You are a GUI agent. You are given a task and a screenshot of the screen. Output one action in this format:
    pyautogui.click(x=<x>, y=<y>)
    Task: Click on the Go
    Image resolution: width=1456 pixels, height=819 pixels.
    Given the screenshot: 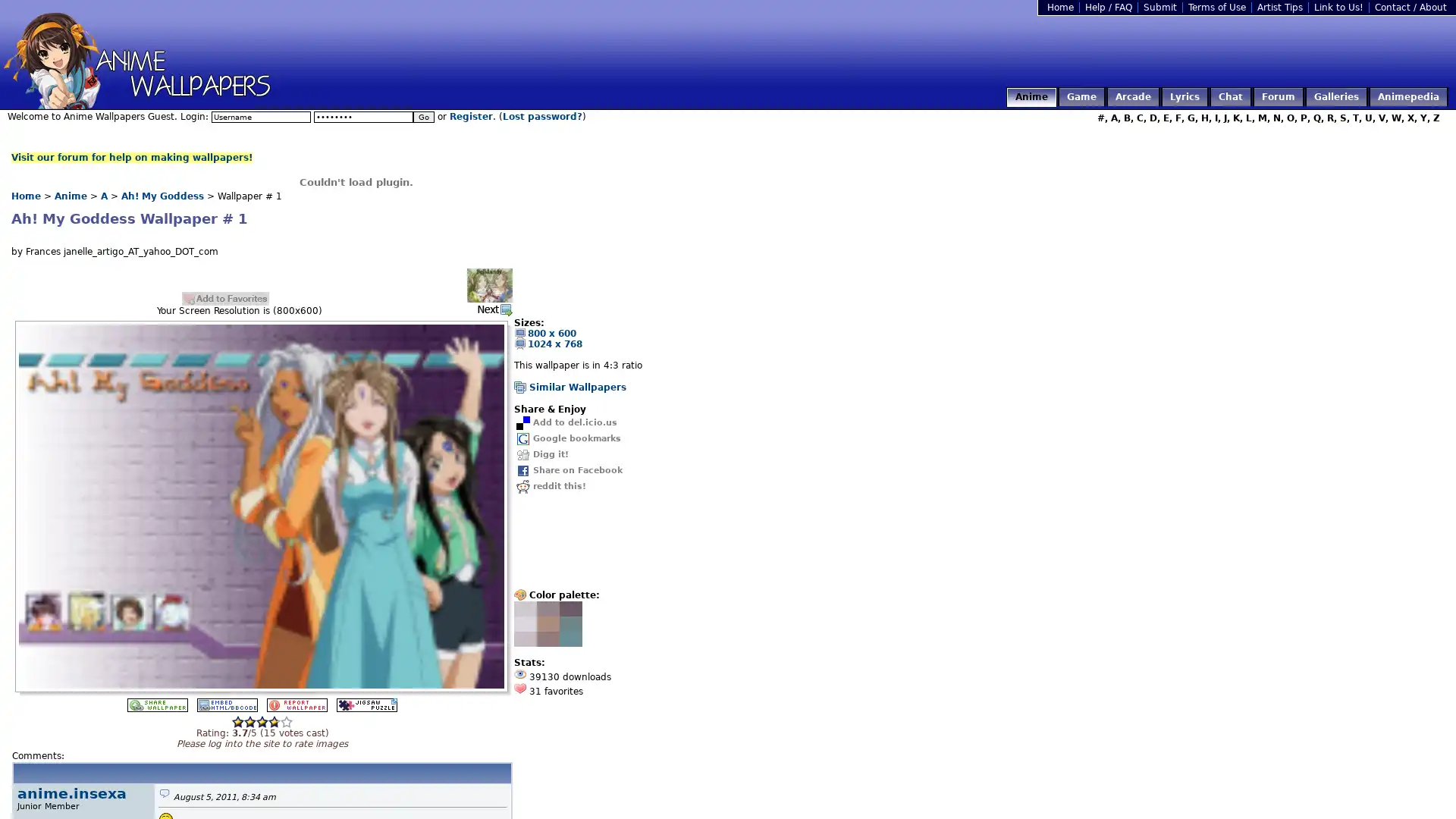 What is the action you would take?
    pyautogui.click(x=423, y=116)
    